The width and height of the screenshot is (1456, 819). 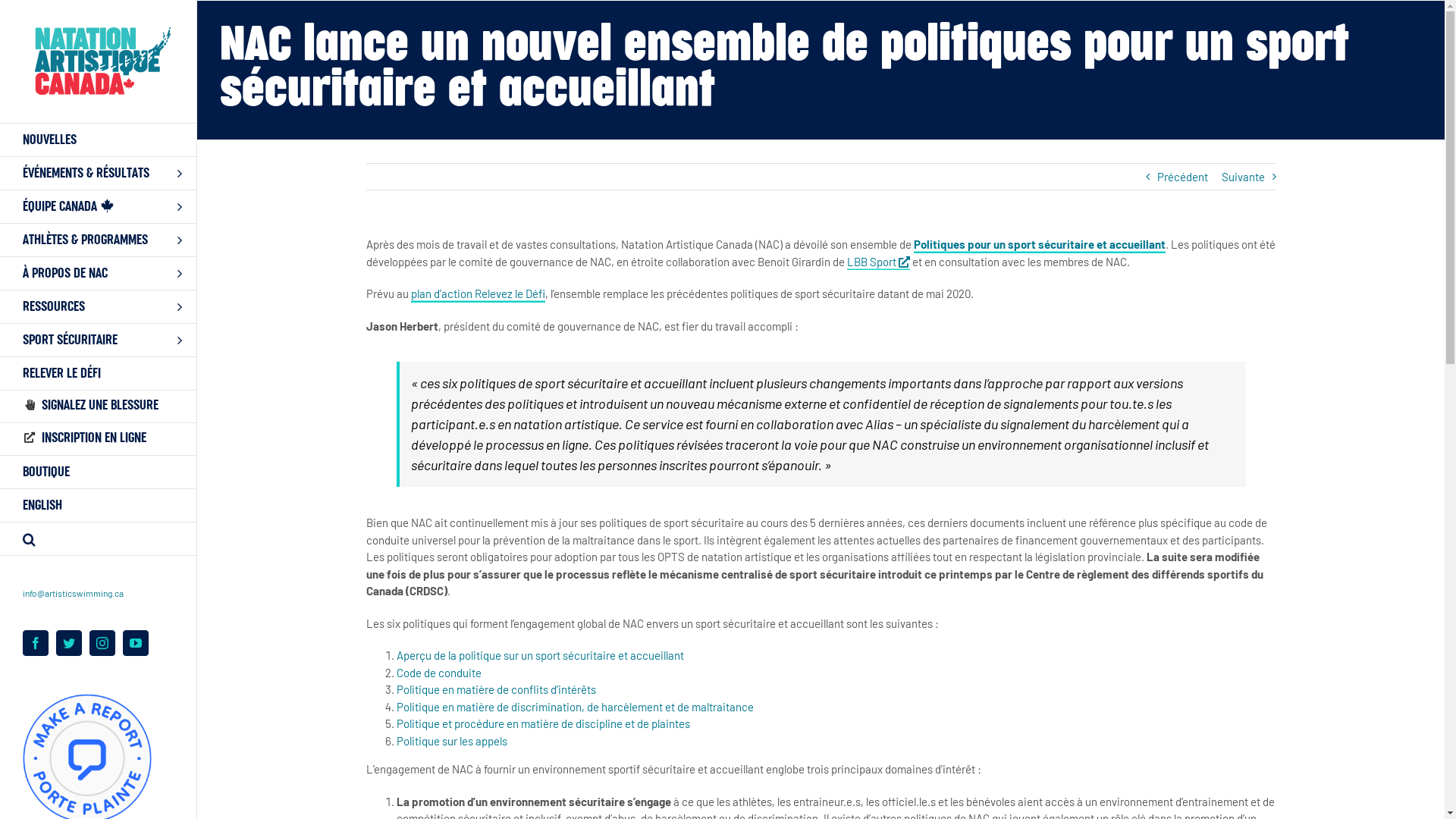 I want to click on 'LBB Sport', so click(x=877, y=261).